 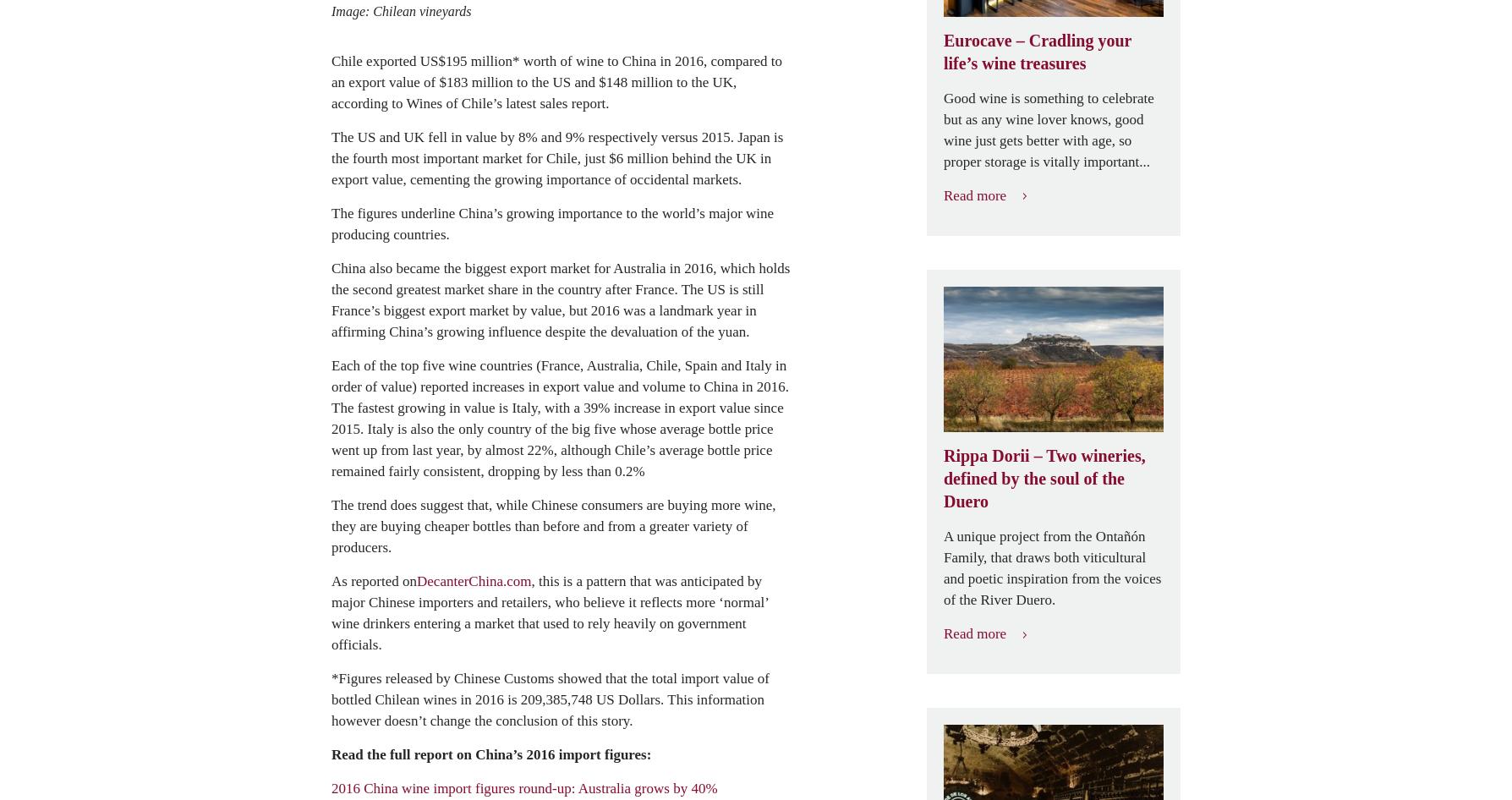 I want to click on 'China also became the biggest export market for Australia in 2016, which holds the second greatest market share in the country after France. The US is still France’s biggest export market by value, but 2016 was a landmark year in affirming China’s growing influence despite the devaluation of the yuan.', so click(x=560, y=299).